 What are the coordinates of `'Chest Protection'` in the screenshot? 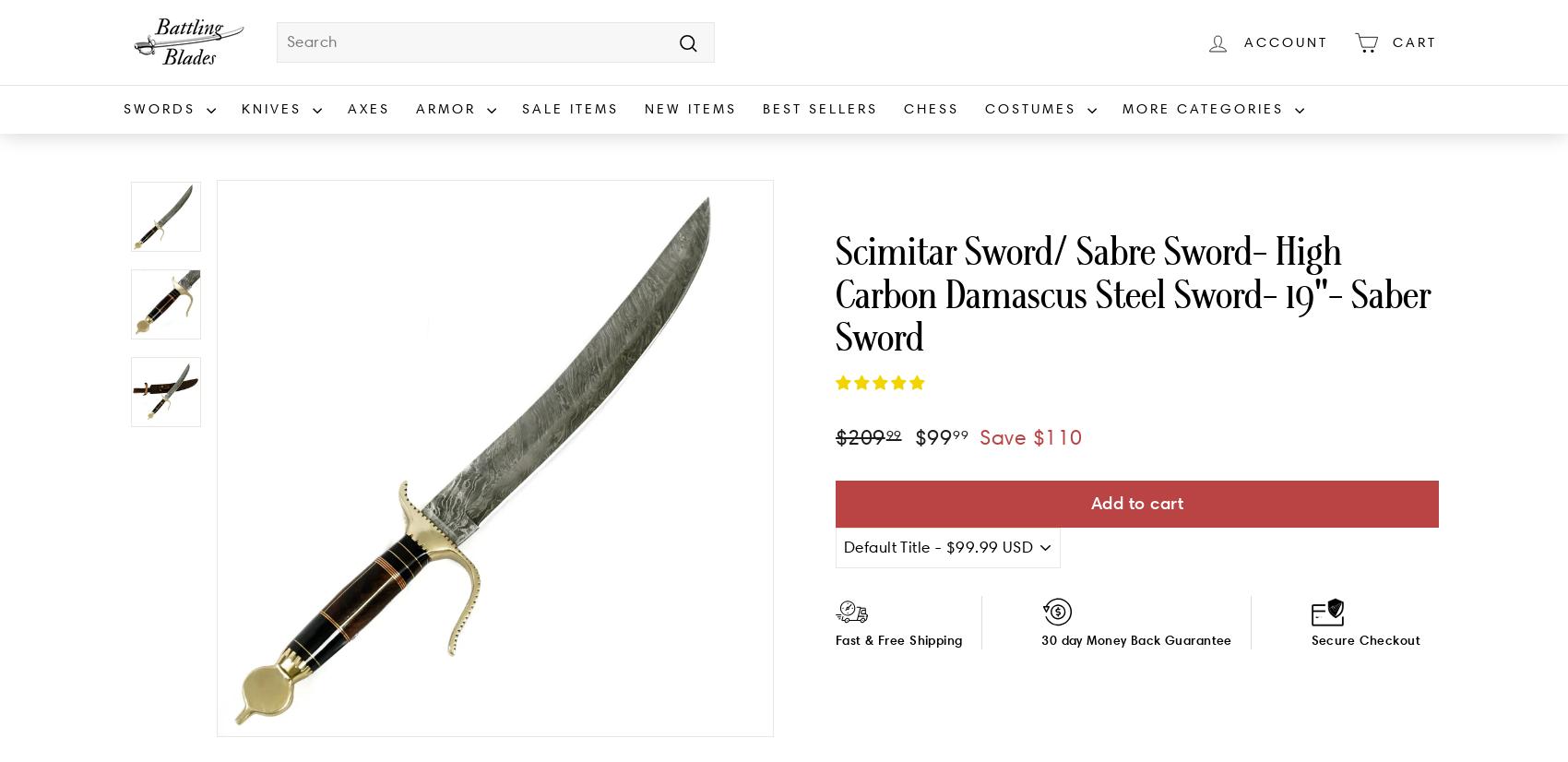 It's located at (474, 482).